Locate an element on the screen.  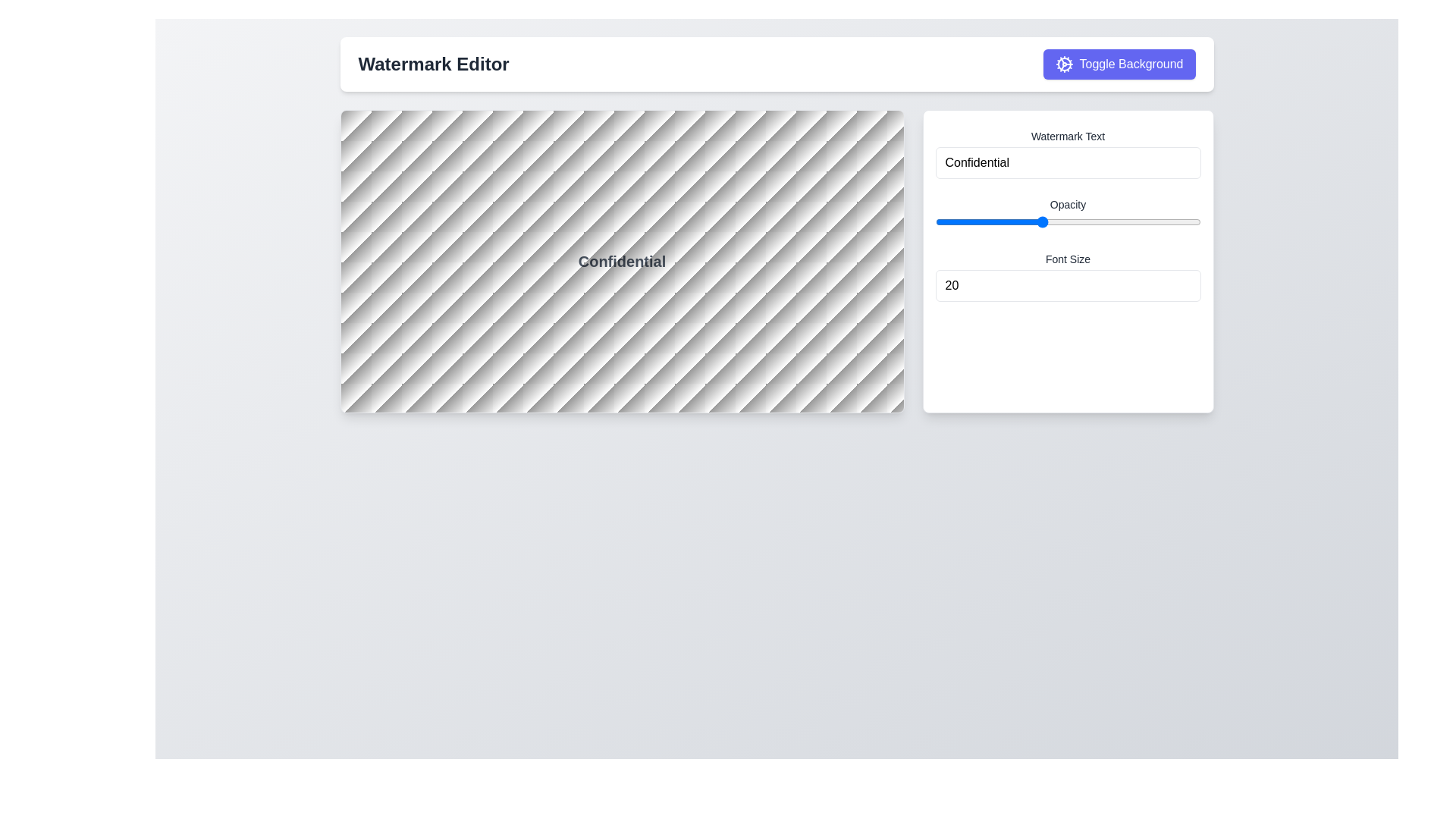
the number input field displaying the current value '20' to focus it is located at coordinates (1067, 286).